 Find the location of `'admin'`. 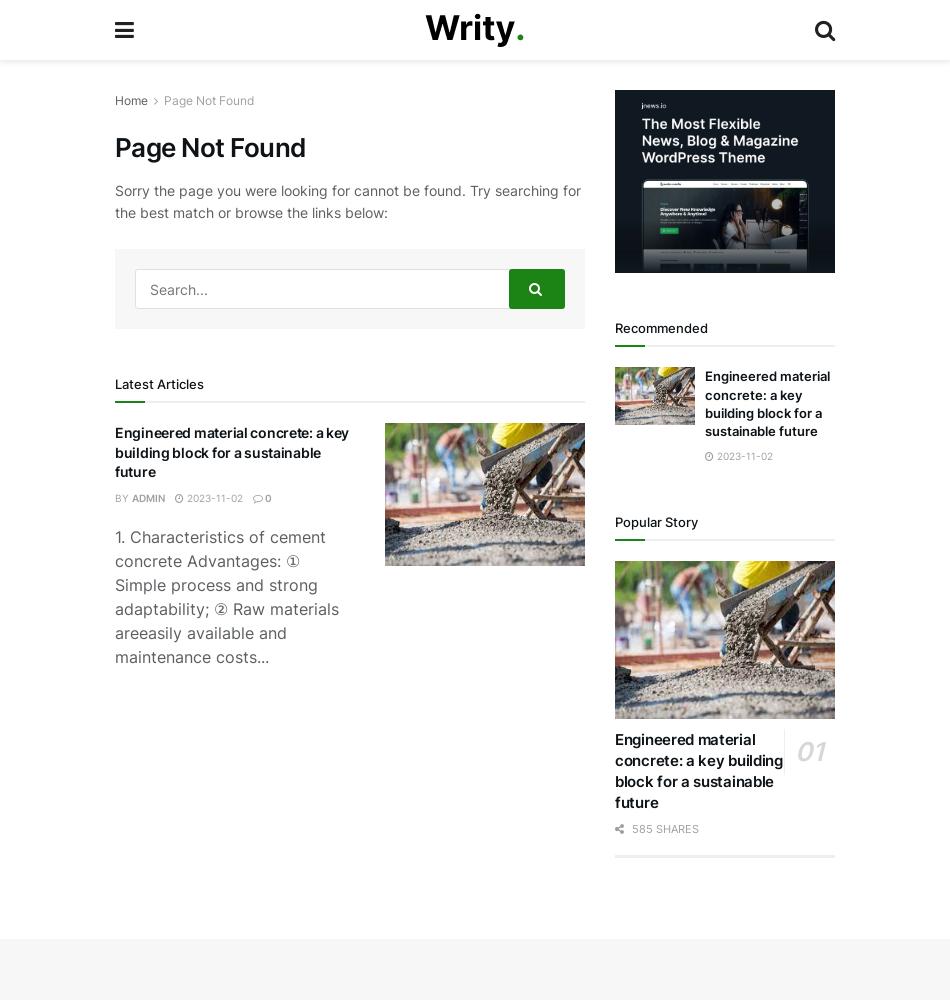

'admin' is located at coordinates (148, 496).